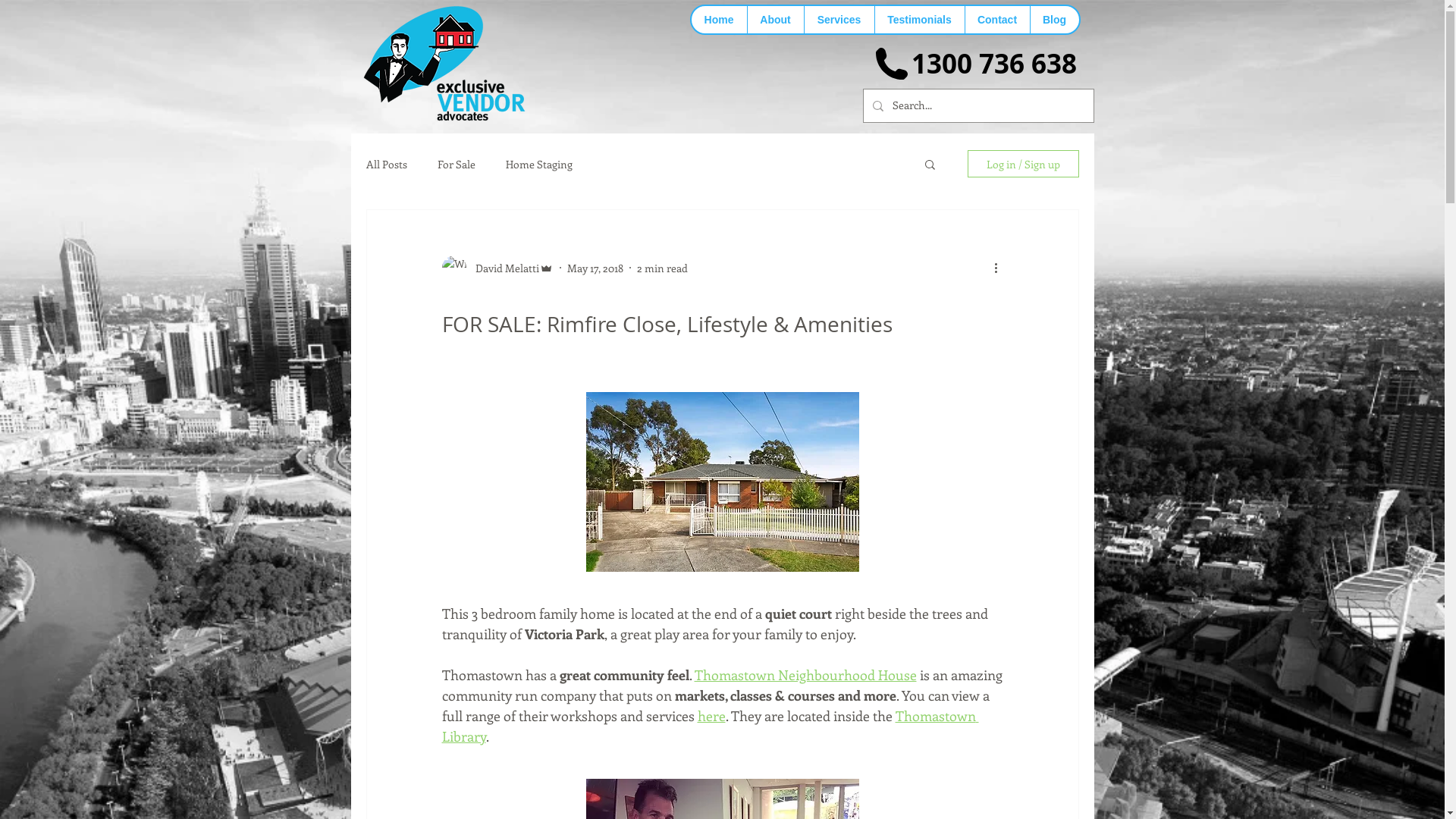  What do you see at coordinates (967, 164) in the screenshot?
I see `'Log in / Sign up'` at bounding box center [967, 164].